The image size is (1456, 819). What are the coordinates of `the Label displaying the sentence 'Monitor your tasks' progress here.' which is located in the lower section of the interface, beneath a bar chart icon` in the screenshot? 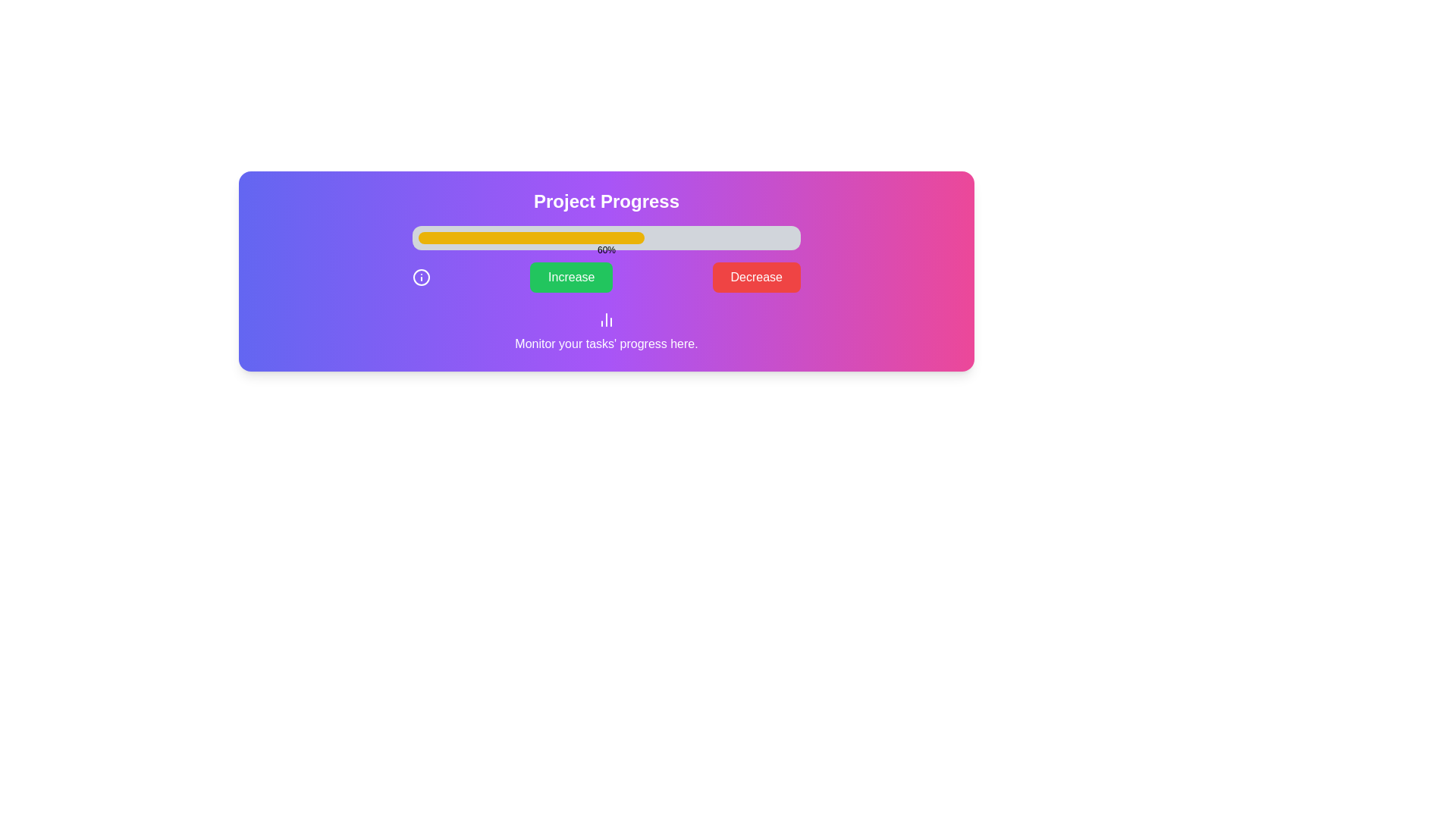 It's located at (607, 344).